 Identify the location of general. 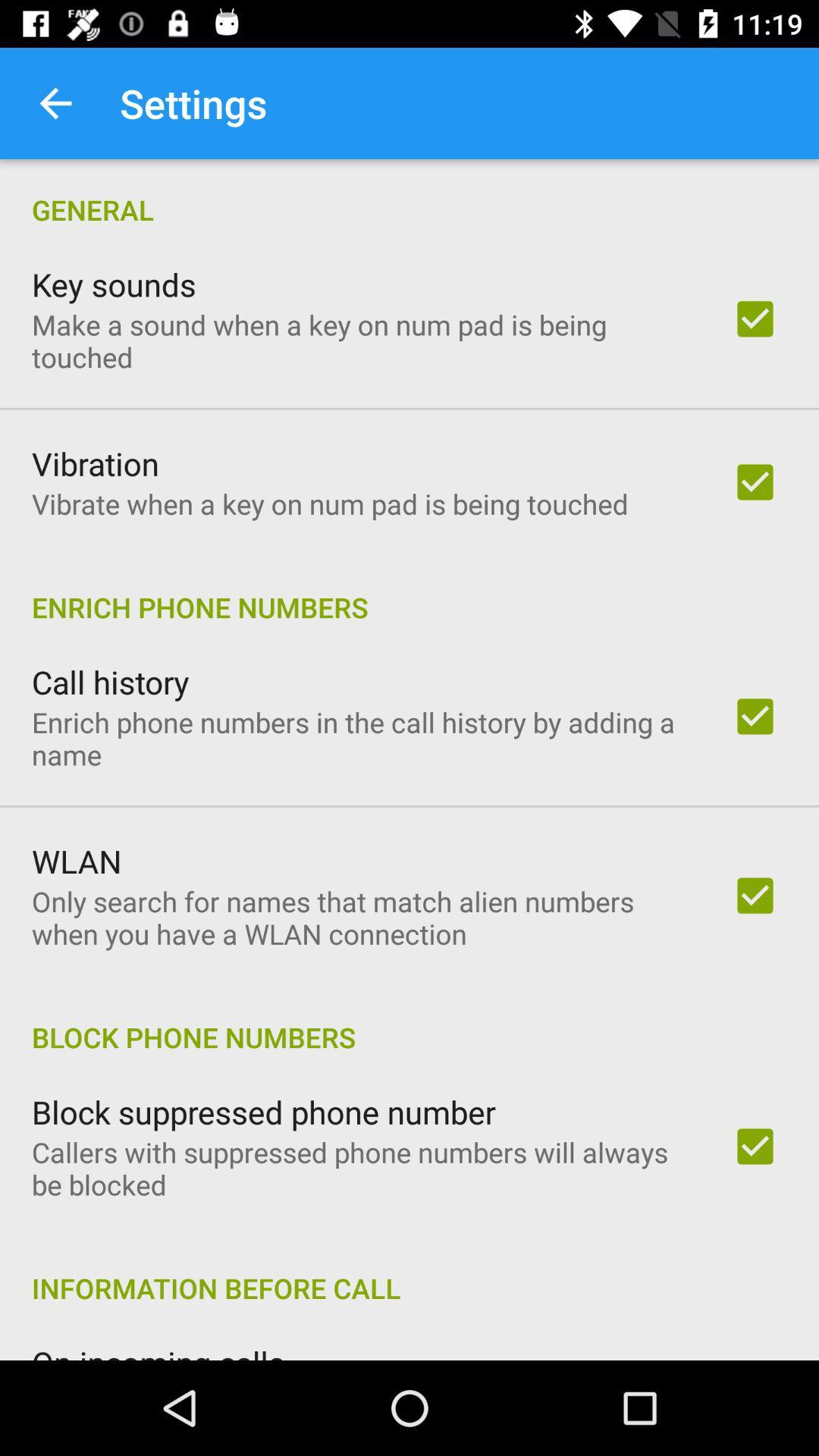
(409, 193).